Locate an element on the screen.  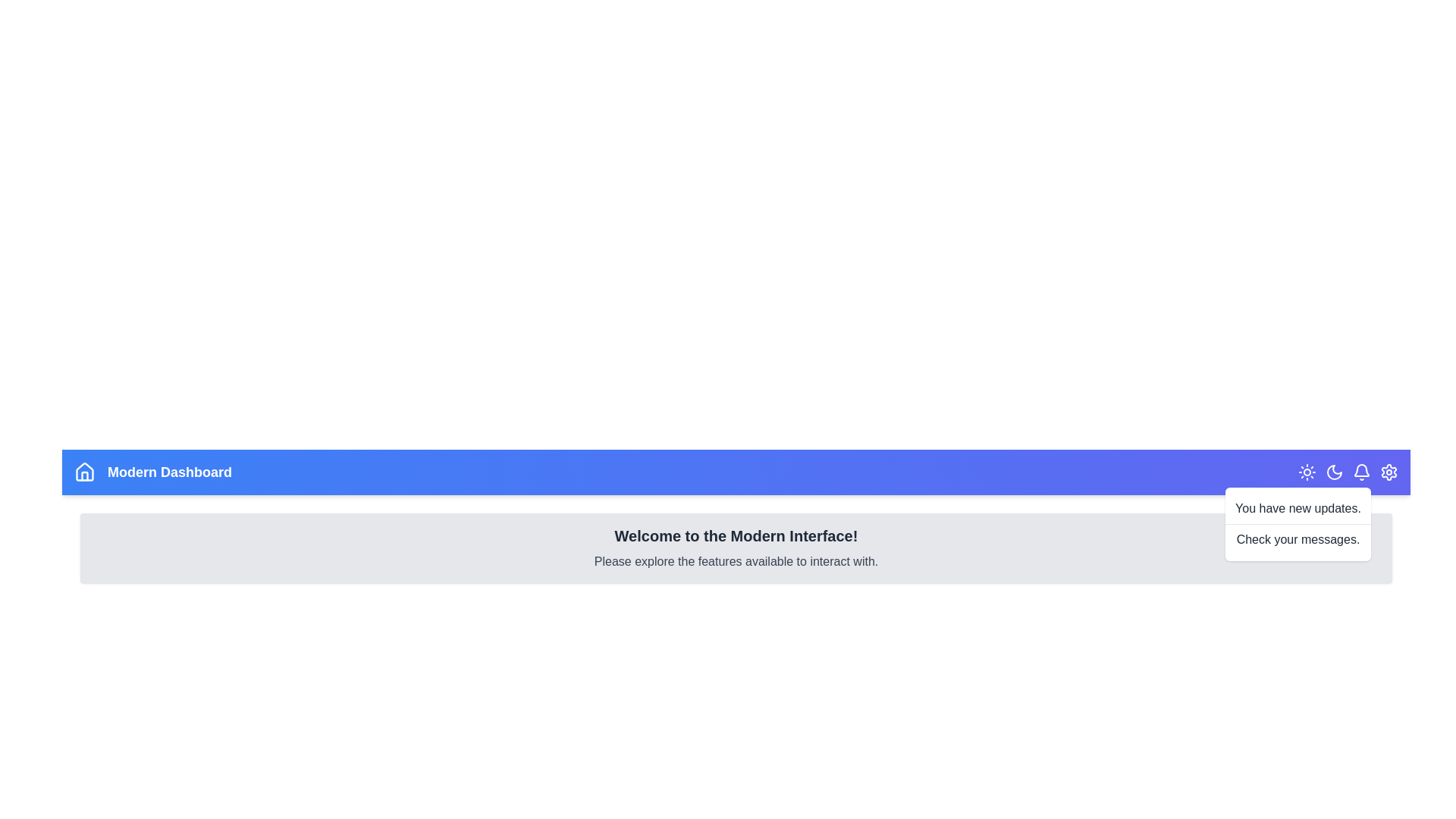
the settings icon to open the settings menu is located at coordinates (1389, 472).